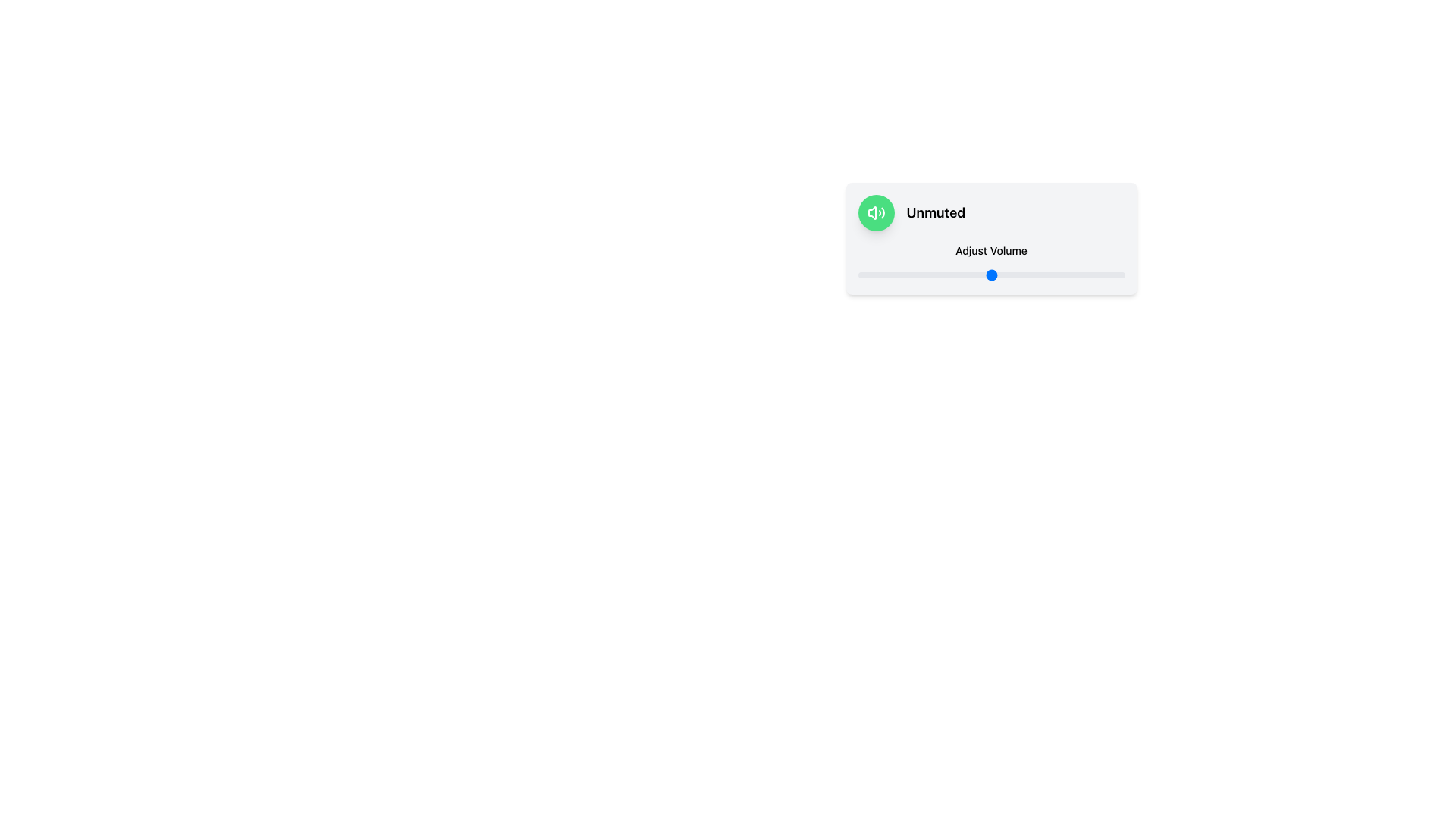 This screenshot has height=819, width=1456. Describe the element at coordinates (1103, 275) in the screenshot. I see `the volume` at that location.